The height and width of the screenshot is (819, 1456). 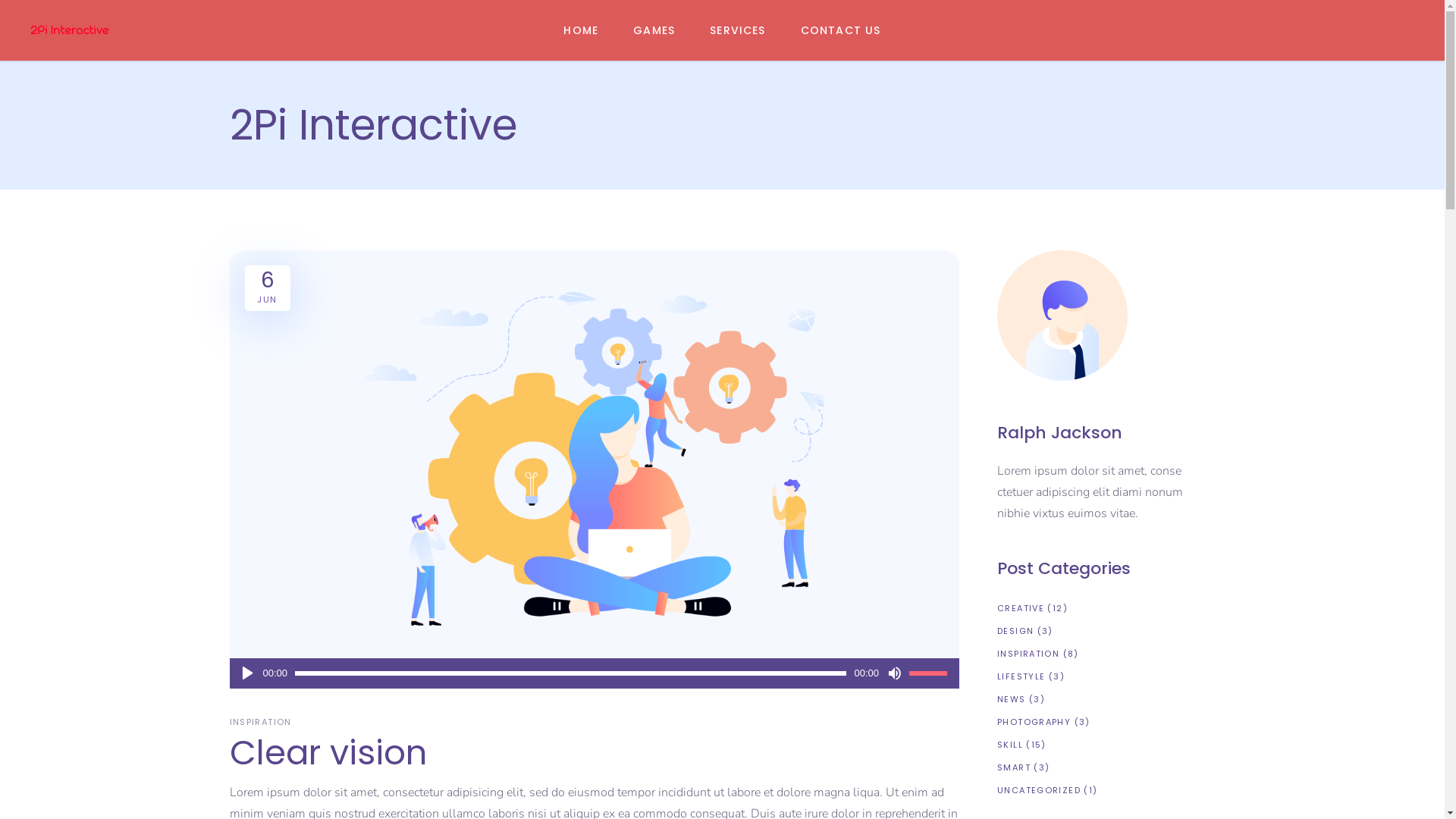 I want to click on 'GAMES', so click(x=654, y=30).